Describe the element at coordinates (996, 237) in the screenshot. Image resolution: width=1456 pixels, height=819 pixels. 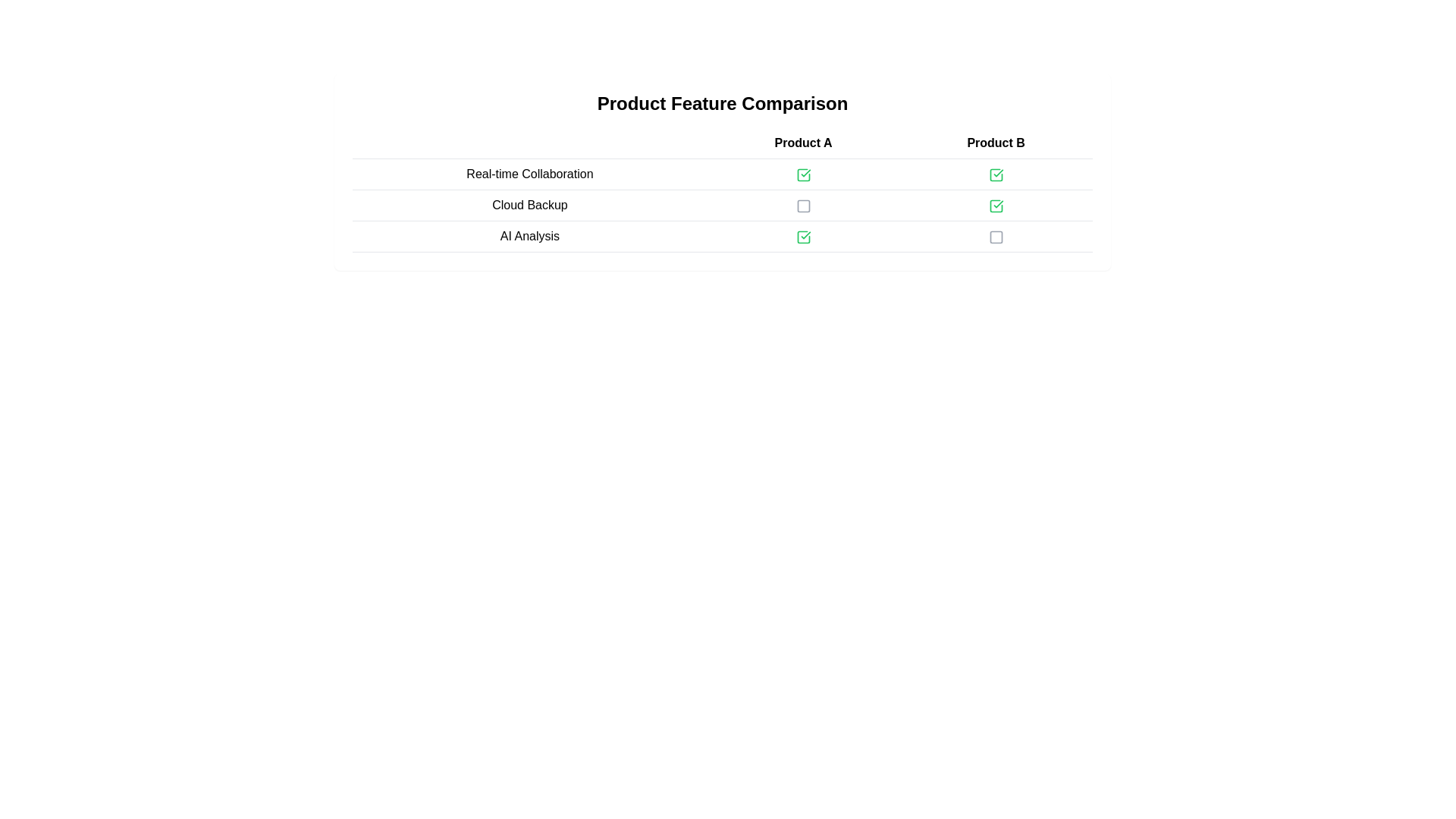
I see `the square icon representing the state in the third row and third column of the comparison table under 'Product B' and adjacent to 'AI Analysis'` at that location.